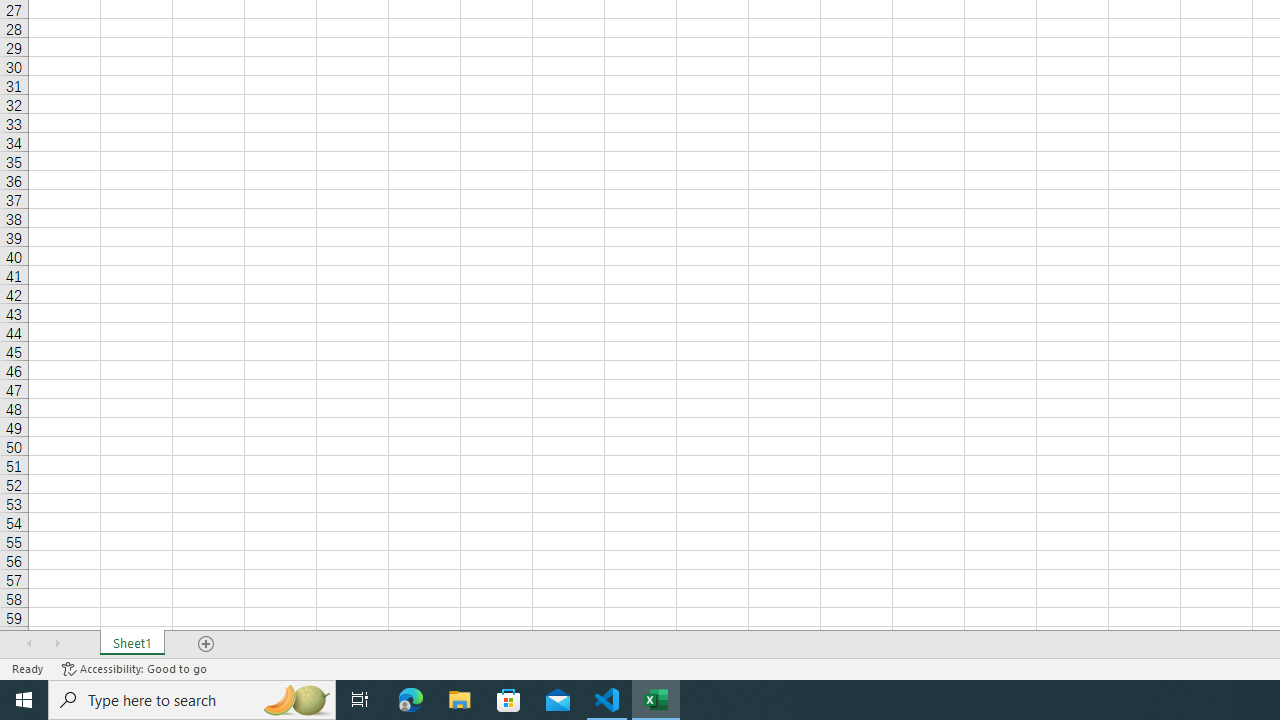  Describe the element at coordinates (133, 669) in the screenshot. I see `'Accessibility Checker Accessibility: Good to go'` at that location.